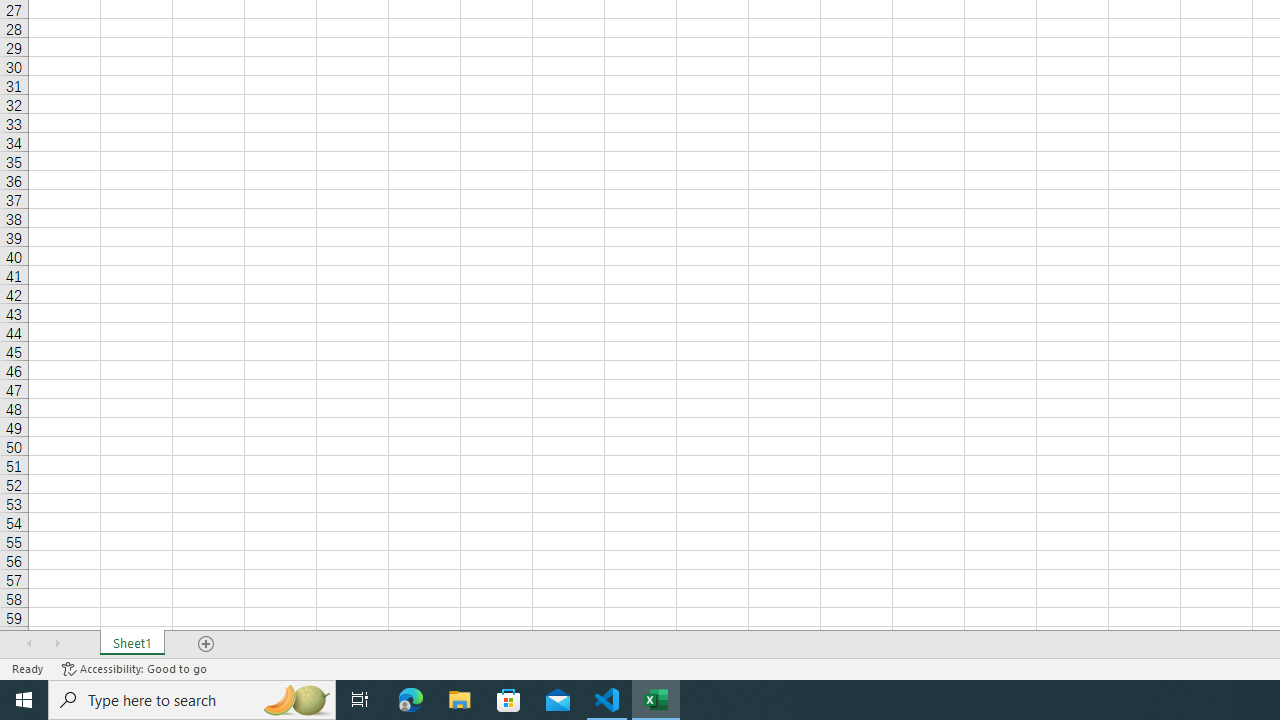  Describe the element at coordinates (133, 669) in the screenshot. I see `'Accessibility Checker Accessibility: Good to go'` at that location.